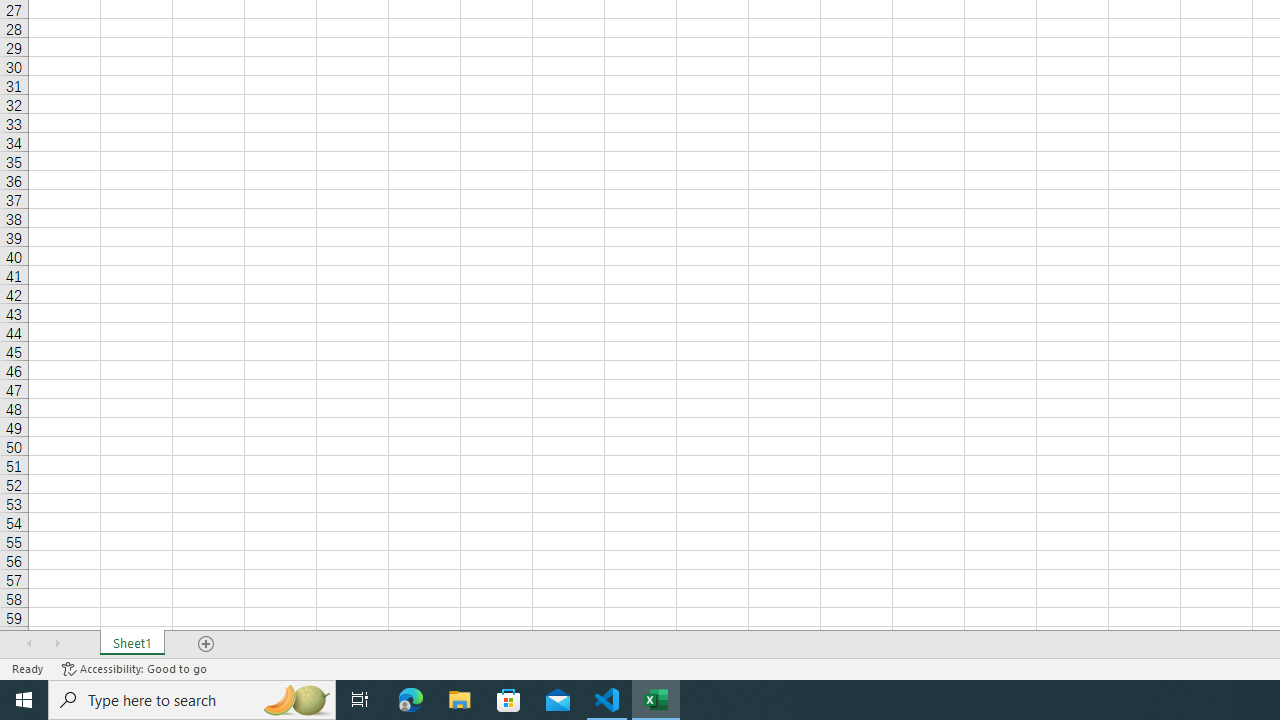  Describe the element at coordinates (133, 669) in the screenshot. I see `'Accessibility Checker Accessibility: Good to go'` at that location.